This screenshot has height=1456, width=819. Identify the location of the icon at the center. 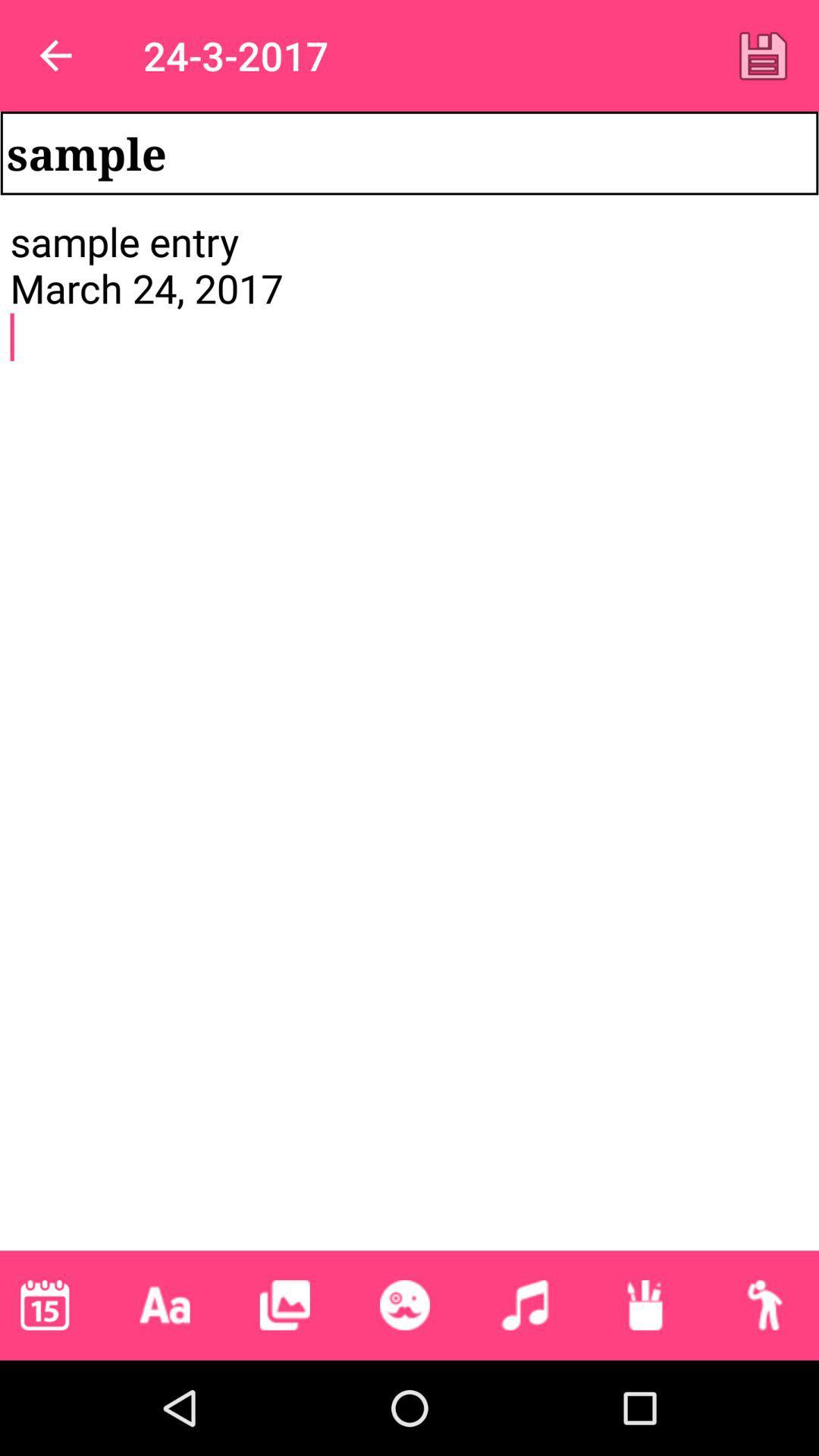
(409, 733).